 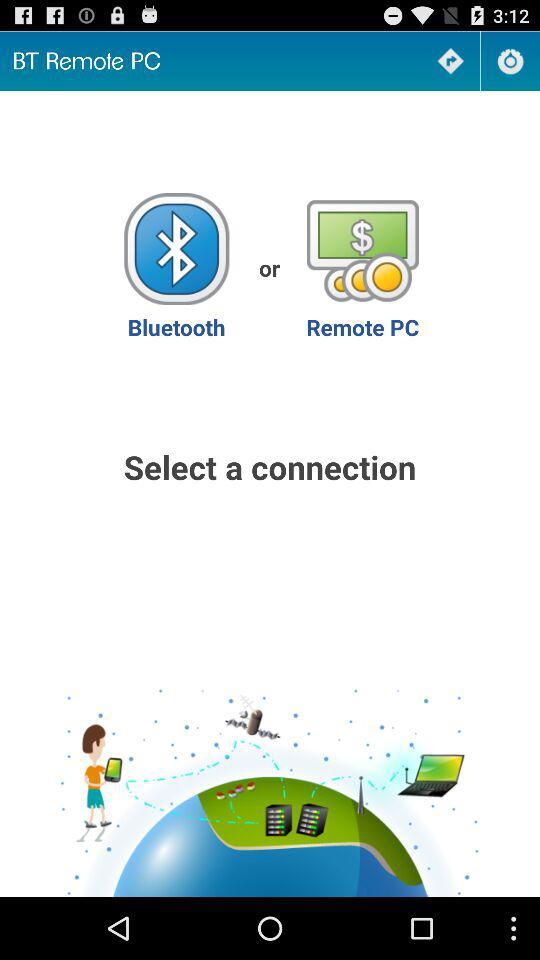 I want to click on item next to the or app, so click(x=176, y=266).